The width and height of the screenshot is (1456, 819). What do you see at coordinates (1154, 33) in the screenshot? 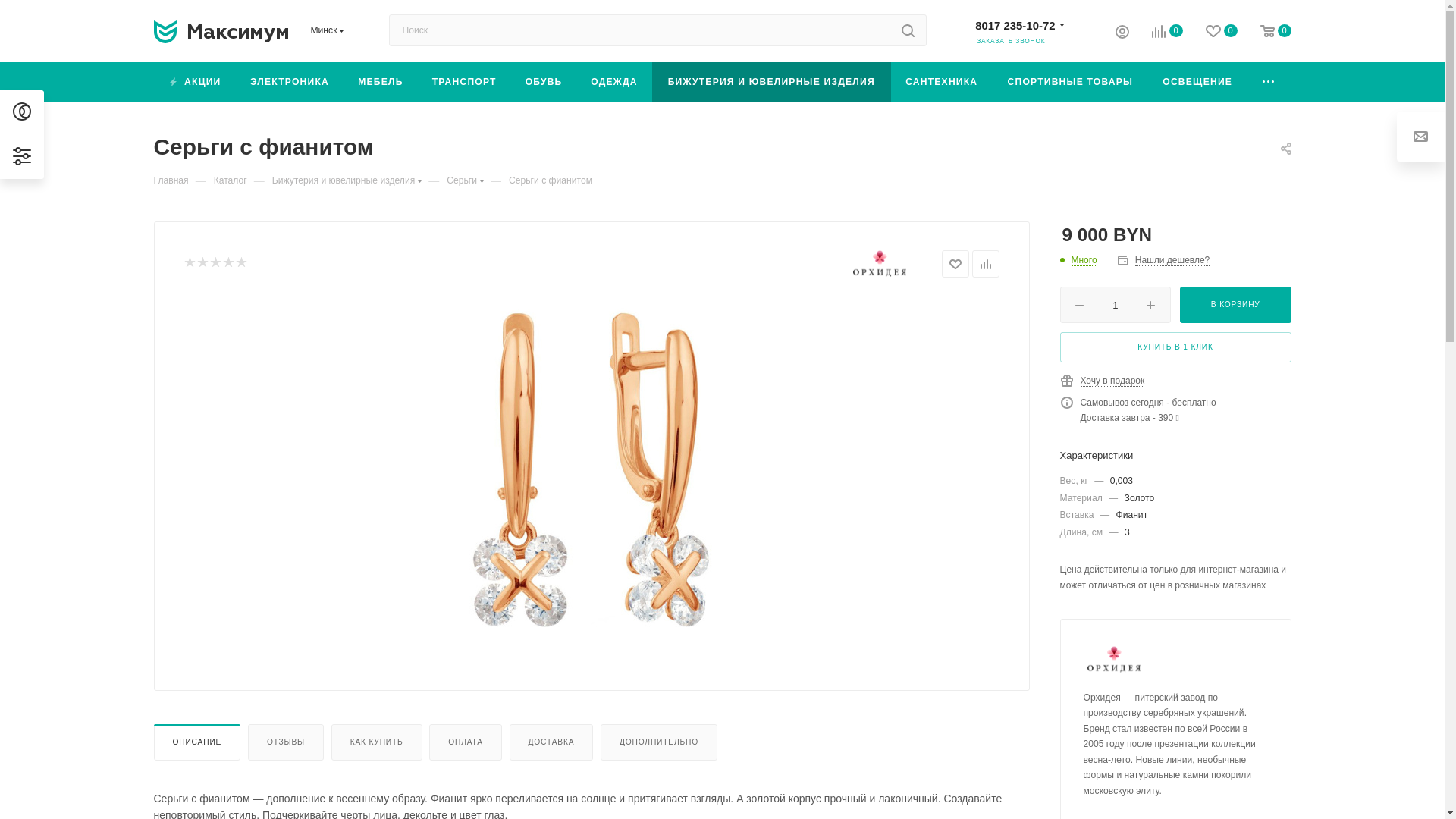
I see `'0'` at bounding box center [1154, 33].